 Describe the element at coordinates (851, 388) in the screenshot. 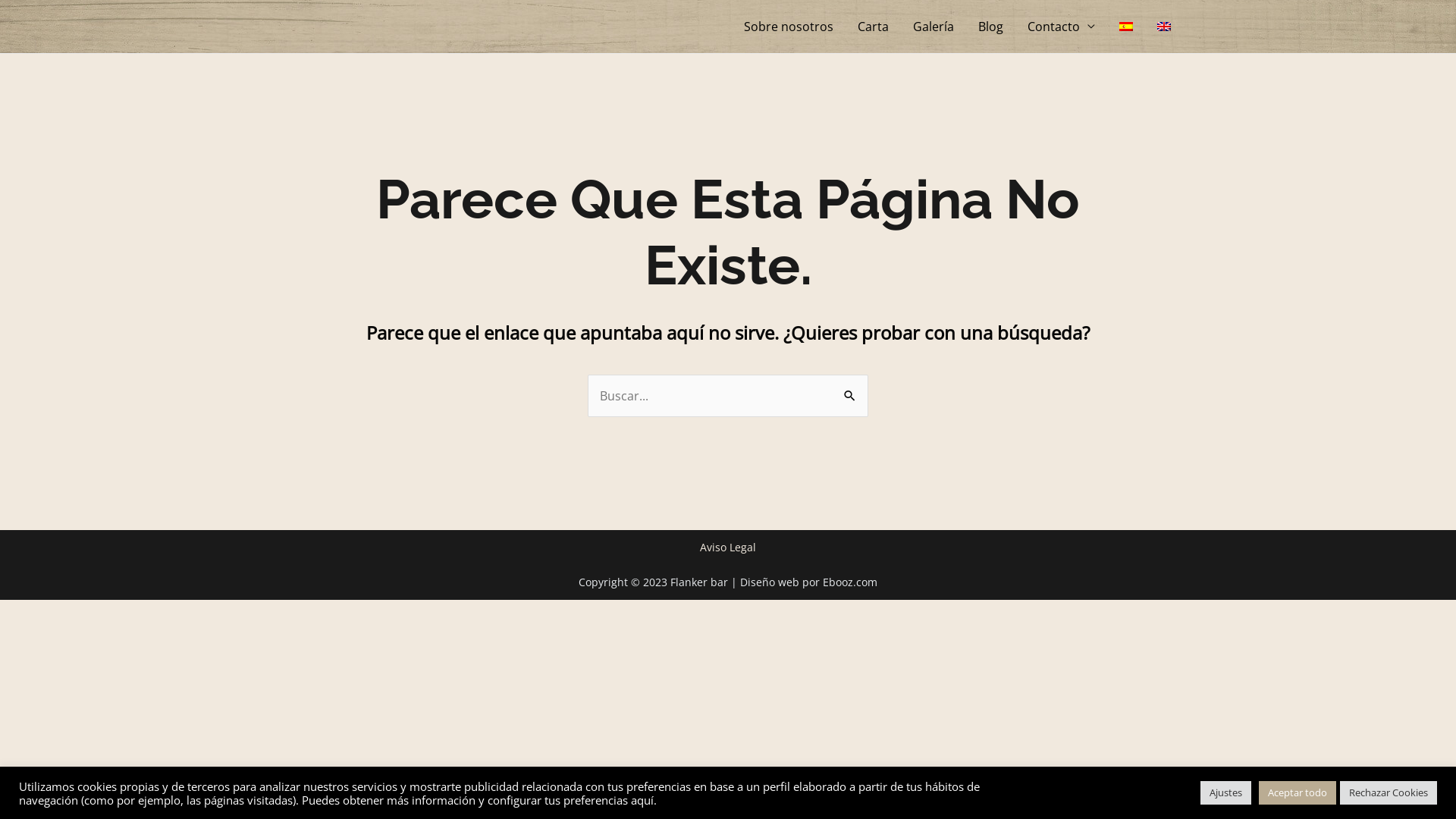

I see `'Buscar'` at that location.